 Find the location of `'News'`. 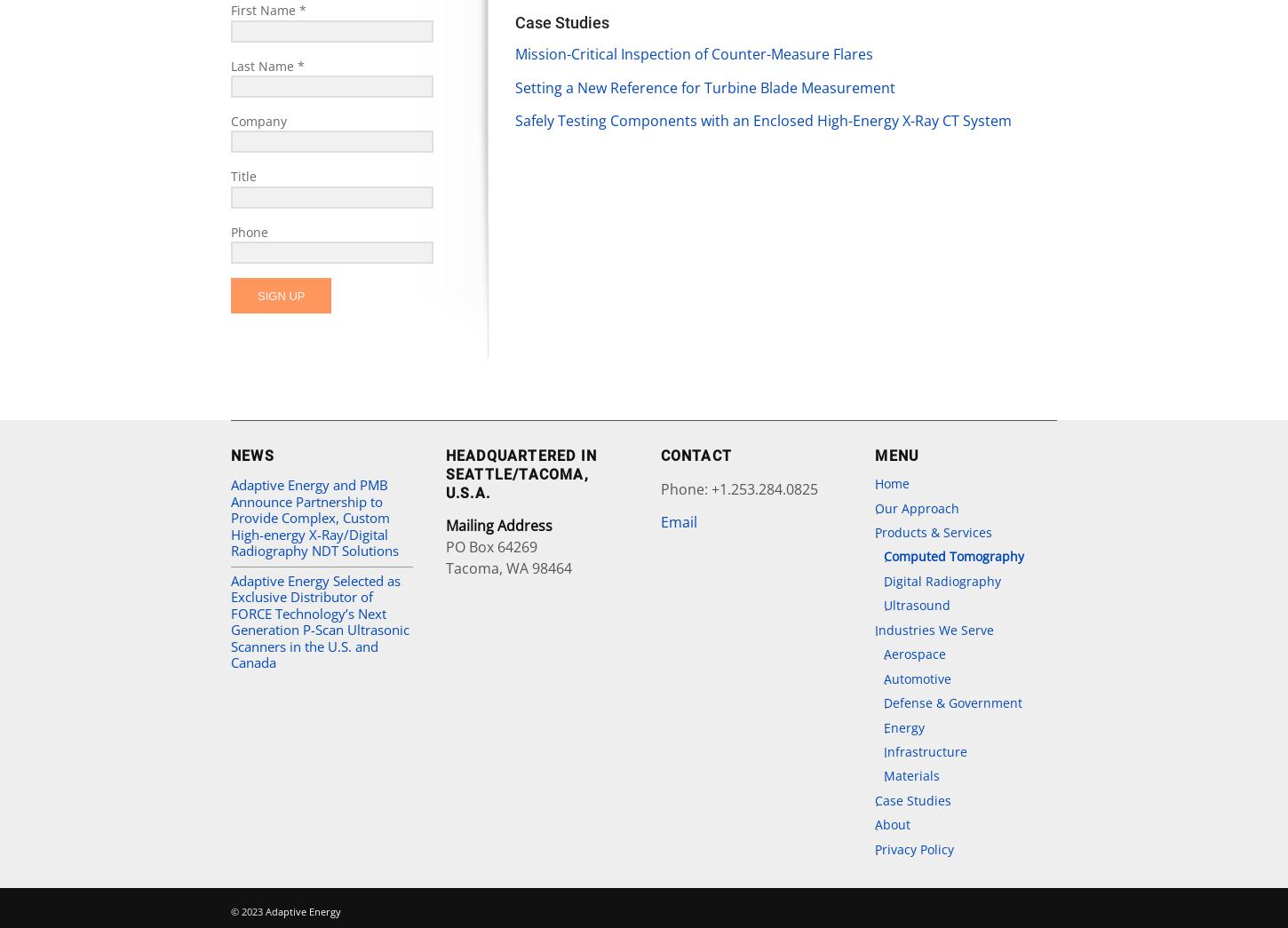

'News' is located at coordinates (230, 455).